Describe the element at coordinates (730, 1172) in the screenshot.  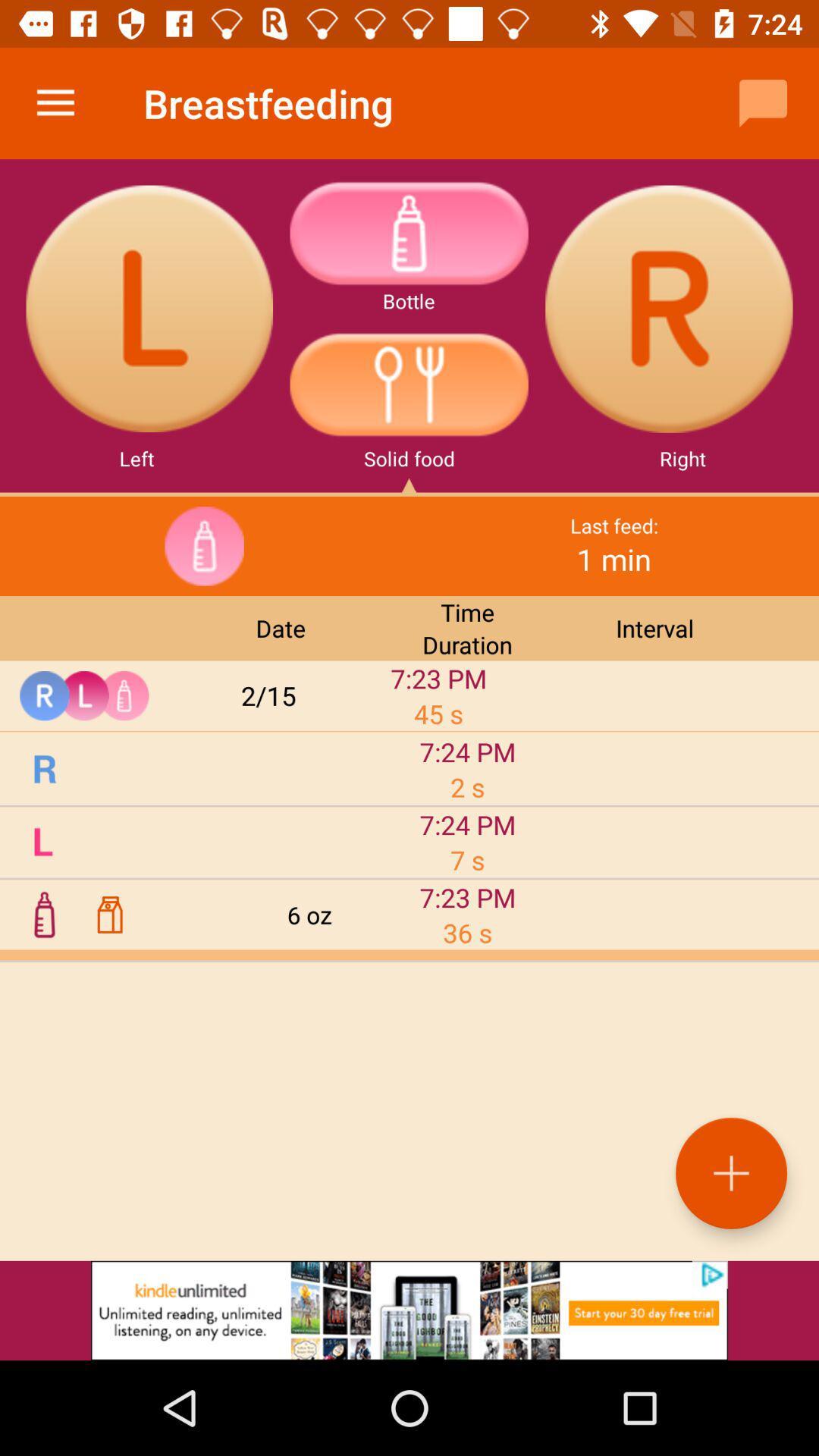
I see `the add icon` at that location.